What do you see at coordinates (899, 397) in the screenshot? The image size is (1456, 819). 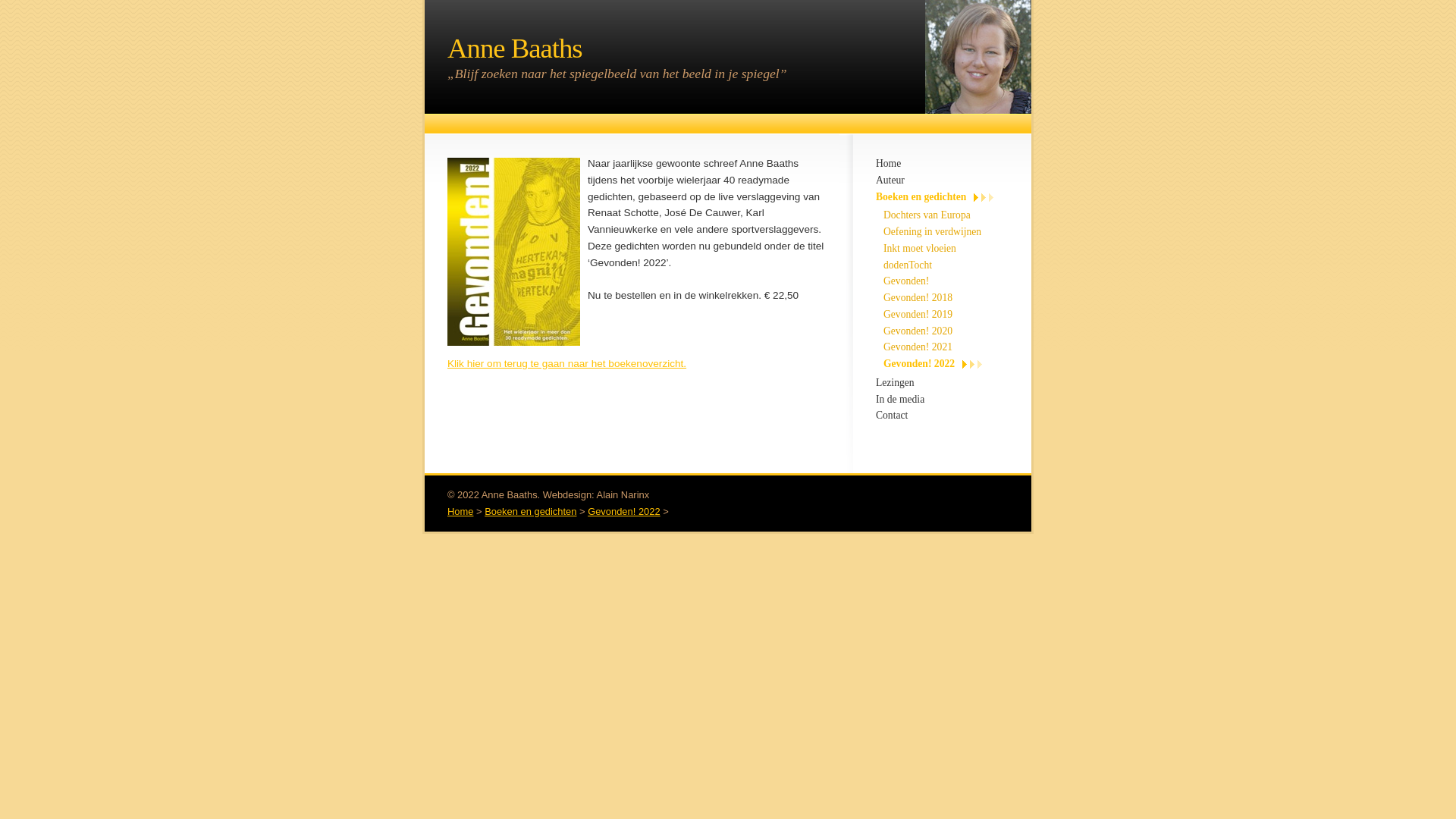 I see `'In de media'` at bounding box center [899, 397].